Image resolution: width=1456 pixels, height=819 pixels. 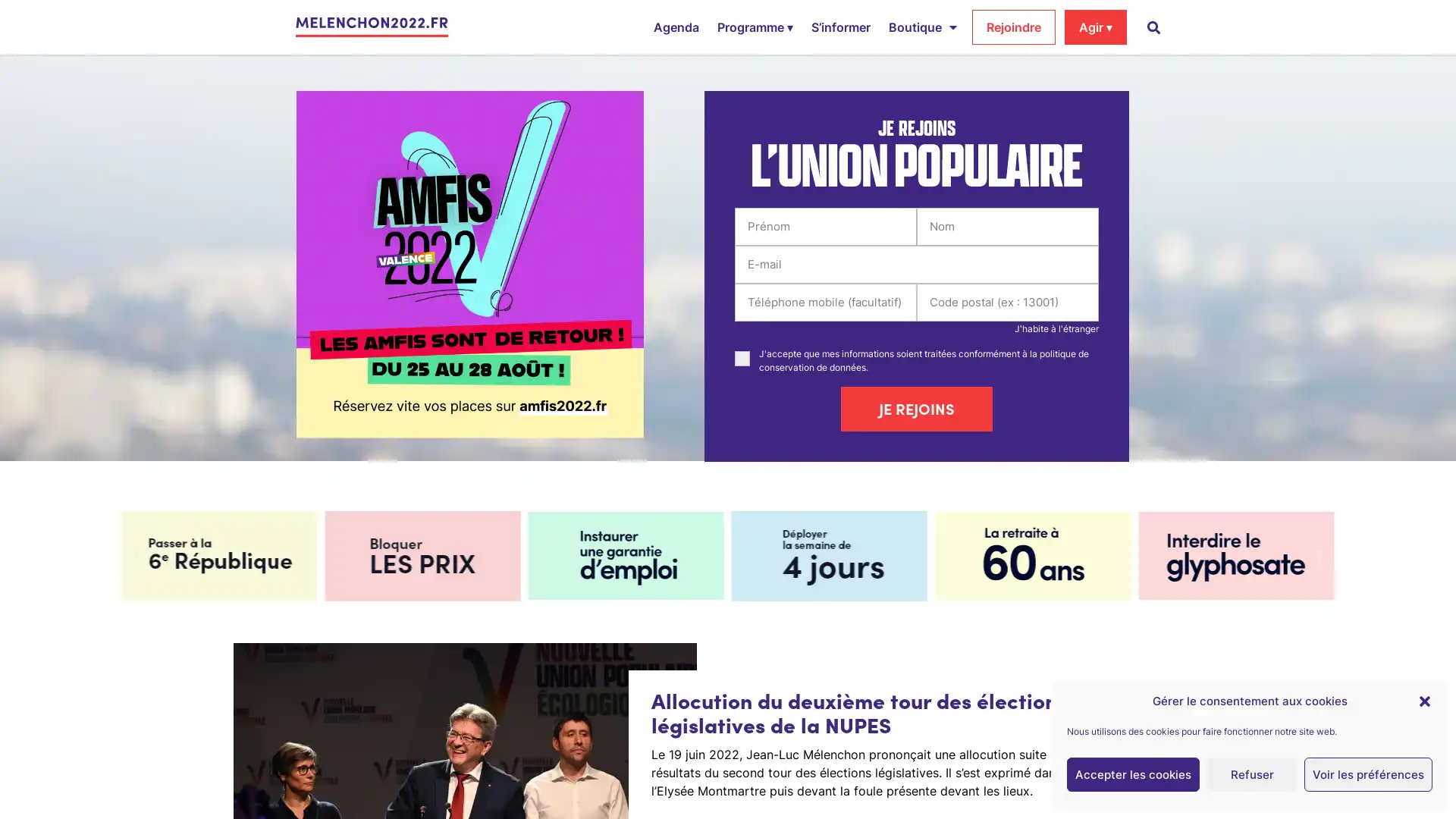 I want to click on JE REJOINS, so click(x=916, y=408).